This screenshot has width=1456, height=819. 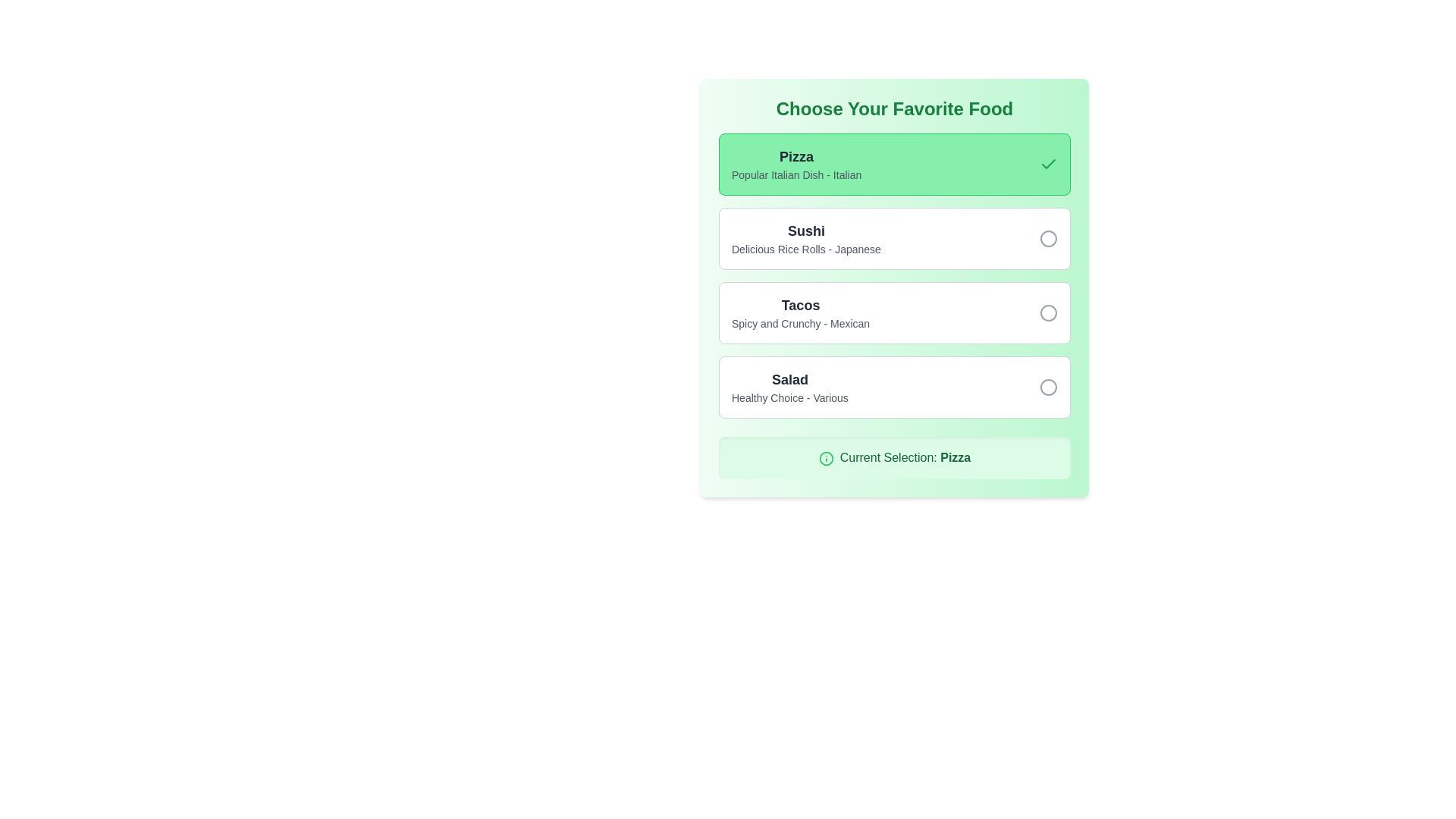 What do you see at coordinates (825, 457) in the screenshot?
I see `the circular icon with a green outline and a smaller green-filled circle at its center, located next to the text 'Current Selection: Pizza' in the green-highlighted box at the bottom of the interface` at bounding box center [825, 457].